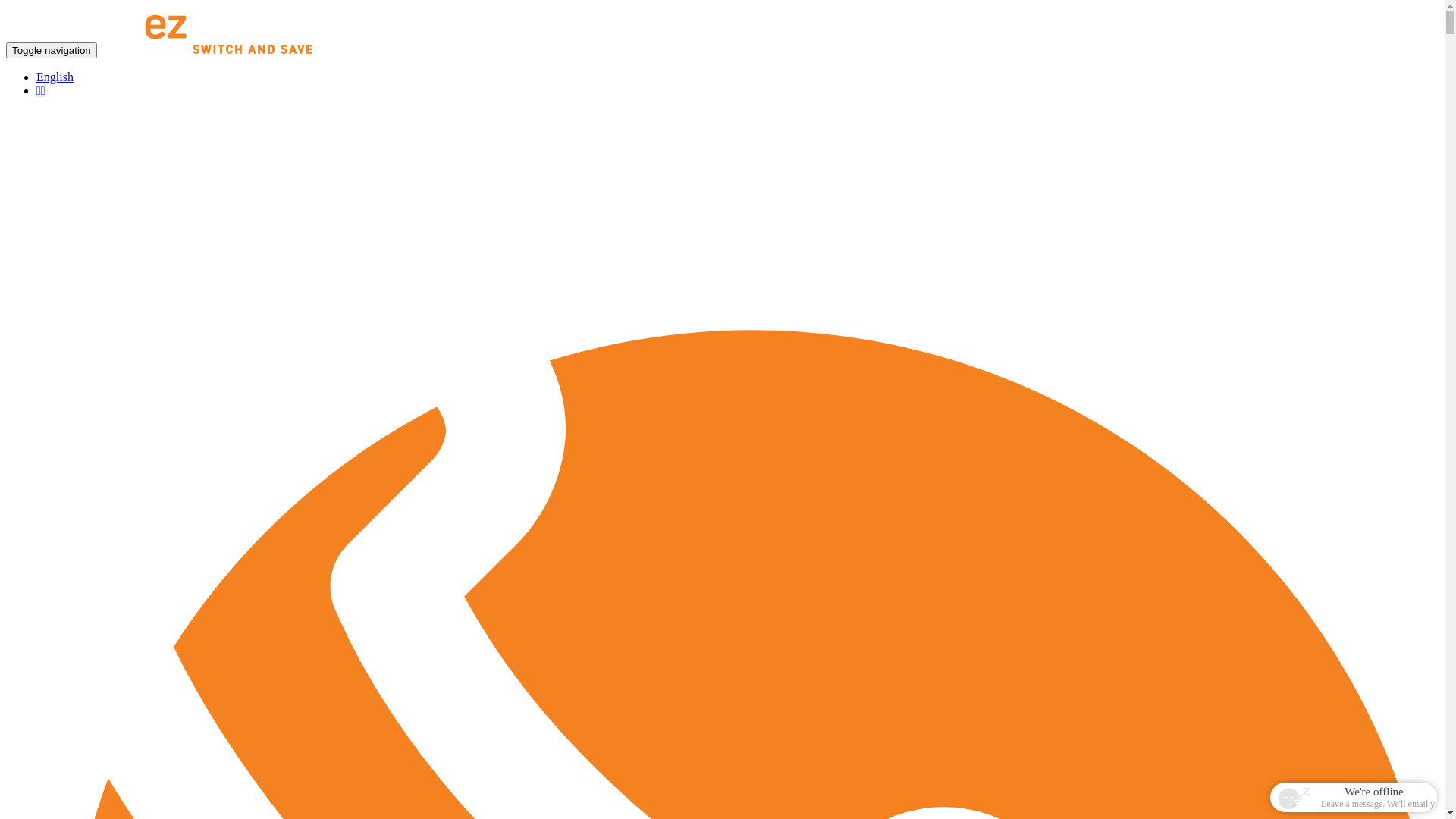  I want to click on 'Toggle navigation', so click(51, 49).